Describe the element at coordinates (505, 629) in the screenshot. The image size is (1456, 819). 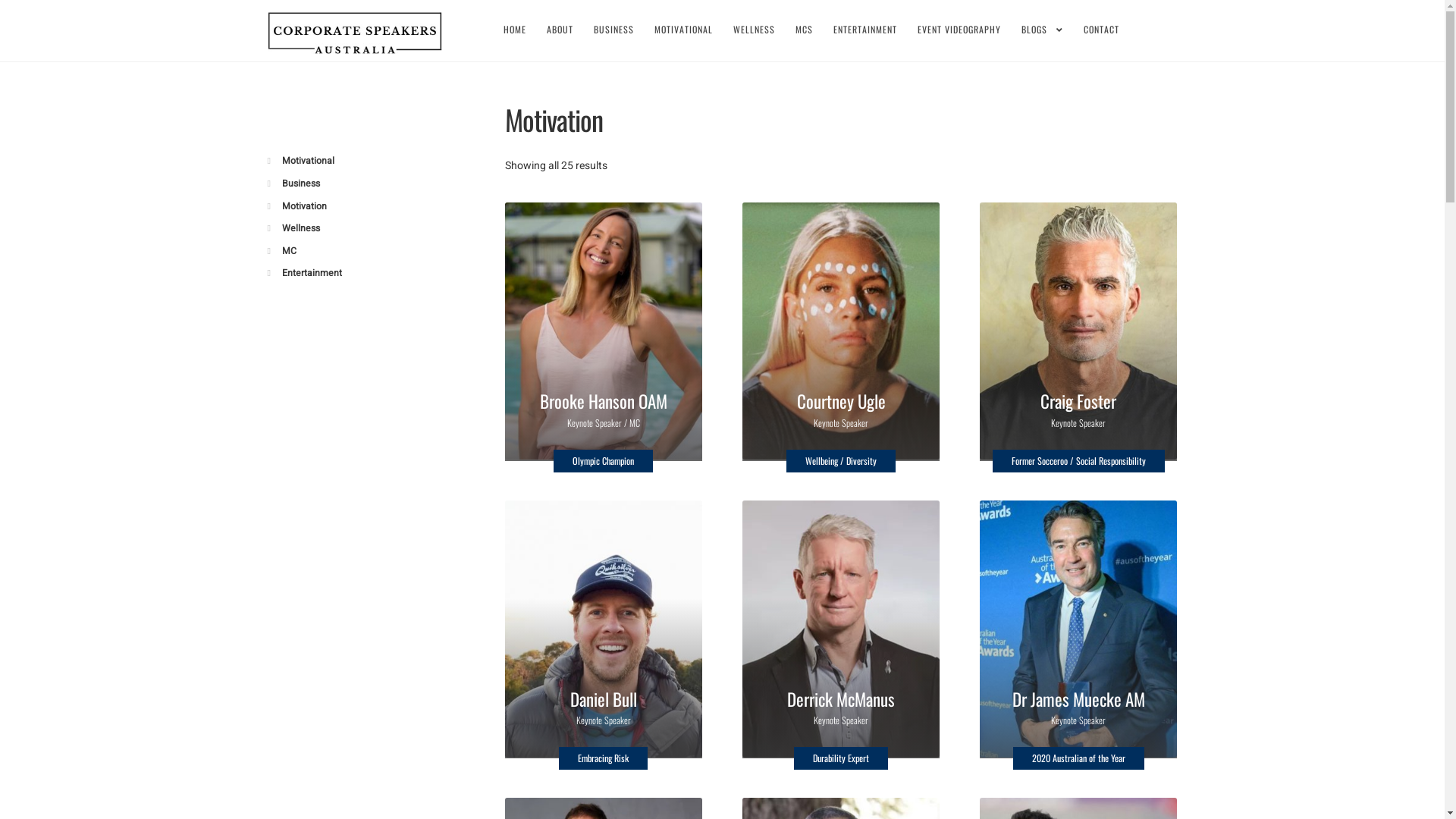
I see `'Daniel Bull` at that location.